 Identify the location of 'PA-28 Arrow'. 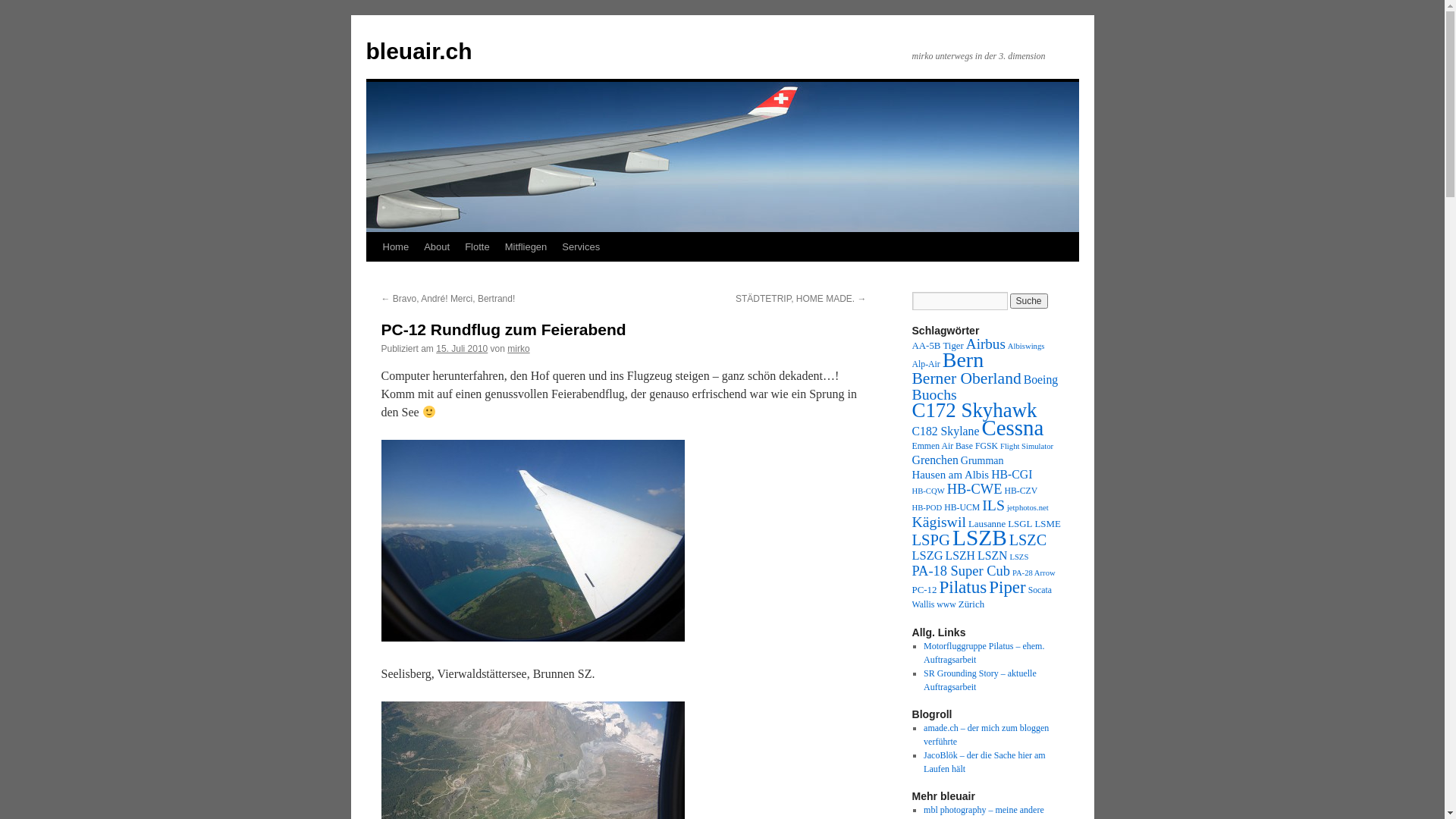
(1033, 573).